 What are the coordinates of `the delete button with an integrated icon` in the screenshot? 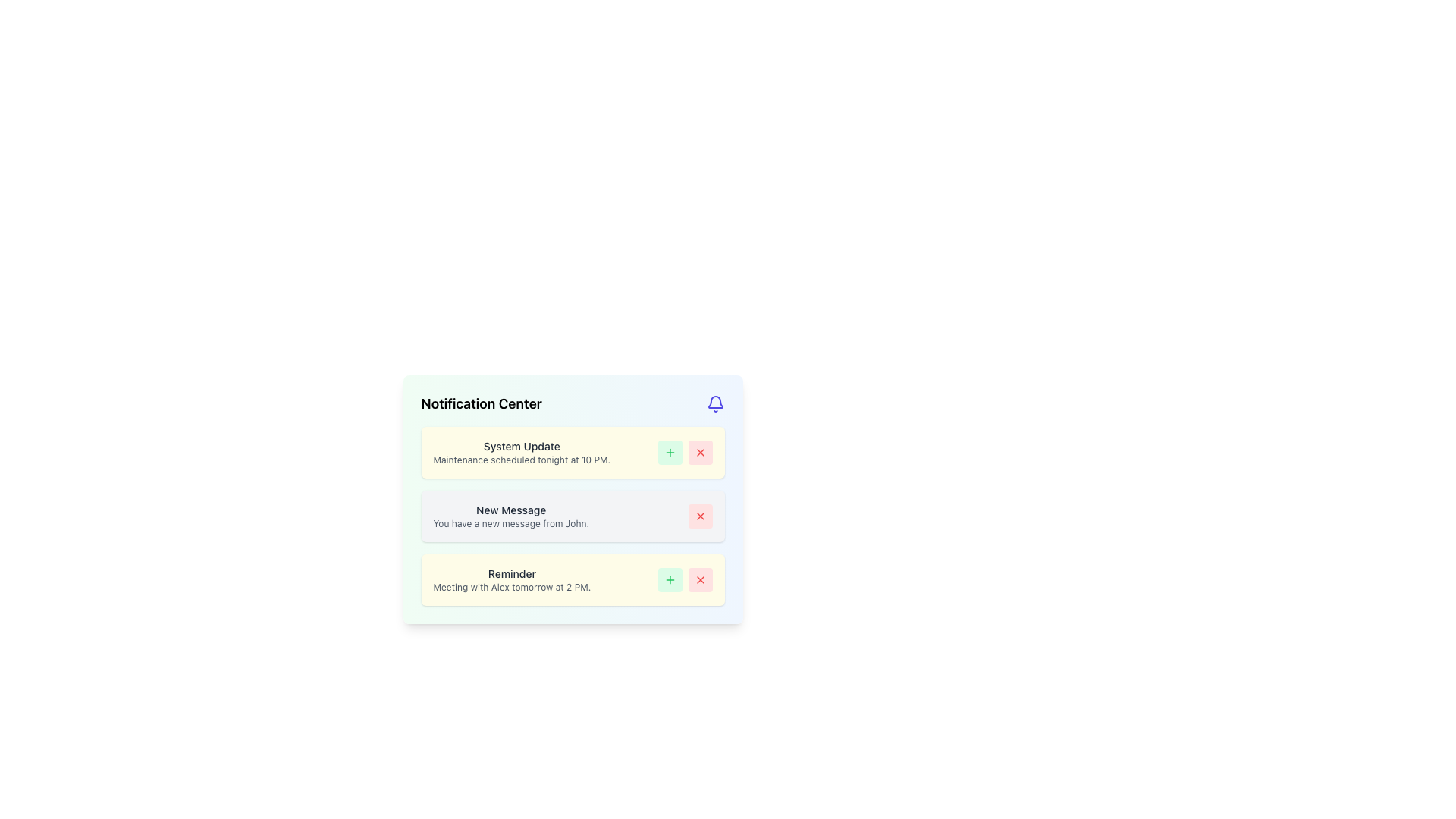 It's located at (699, 452).